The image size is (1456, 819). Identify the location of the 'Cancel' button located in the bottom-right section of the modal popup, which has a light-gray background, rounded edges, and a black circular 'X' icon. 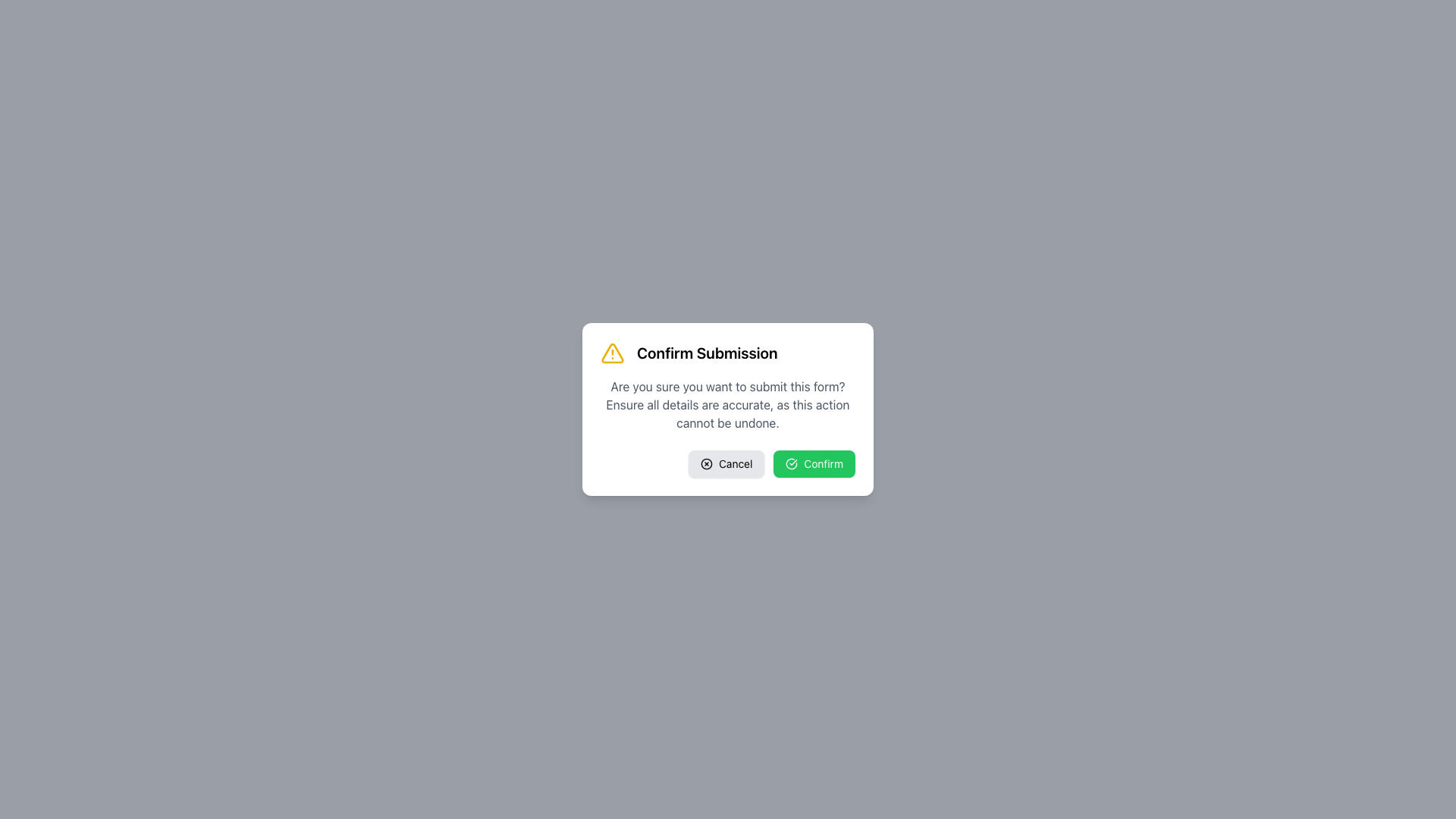
(726, 463).